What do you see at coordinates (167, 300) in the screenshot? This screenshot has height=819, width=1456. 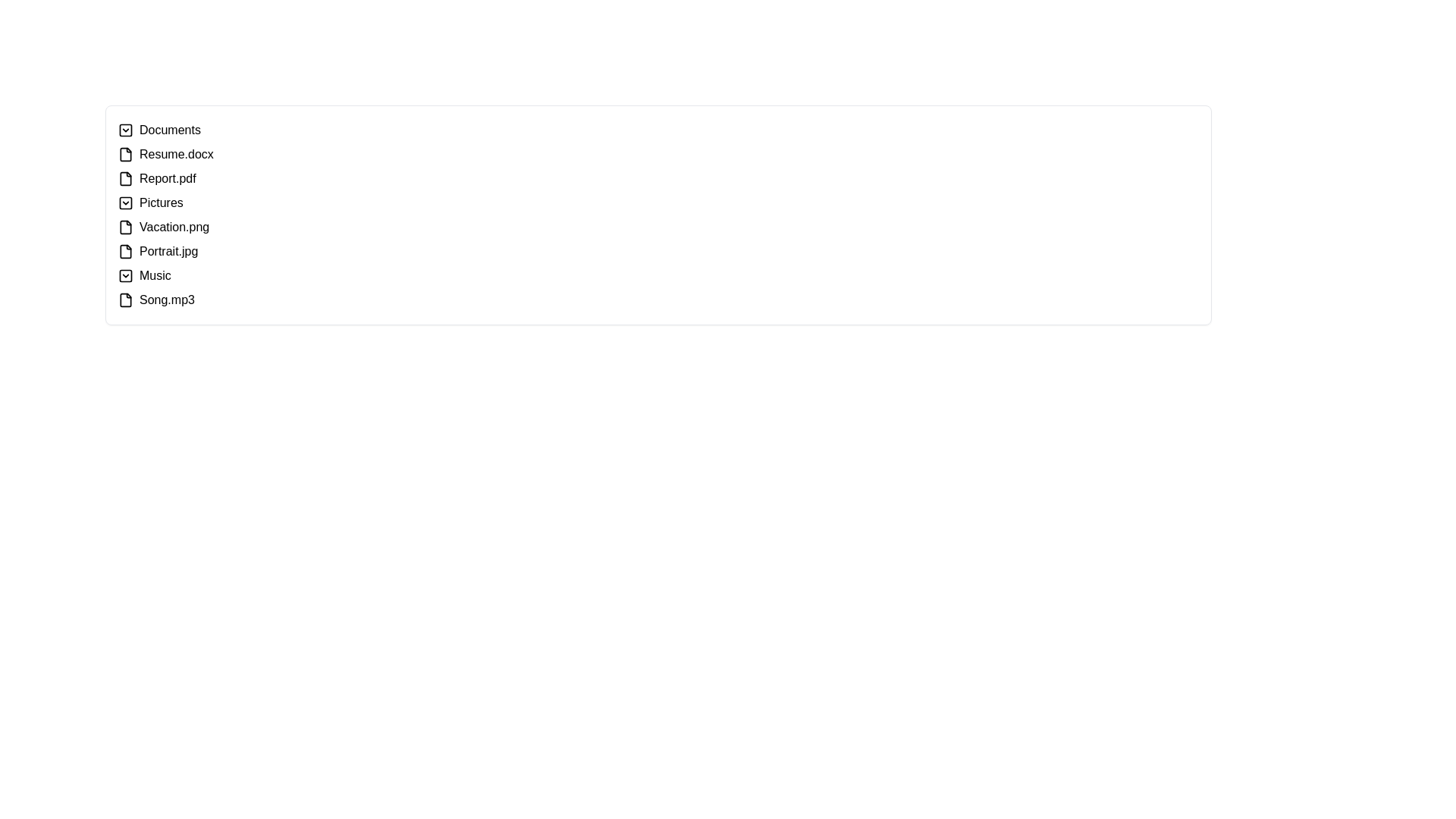 I see `the text label displaying 'Song.mp3' in the Music folder of the file browser interface` at bounding box center [167, 300].